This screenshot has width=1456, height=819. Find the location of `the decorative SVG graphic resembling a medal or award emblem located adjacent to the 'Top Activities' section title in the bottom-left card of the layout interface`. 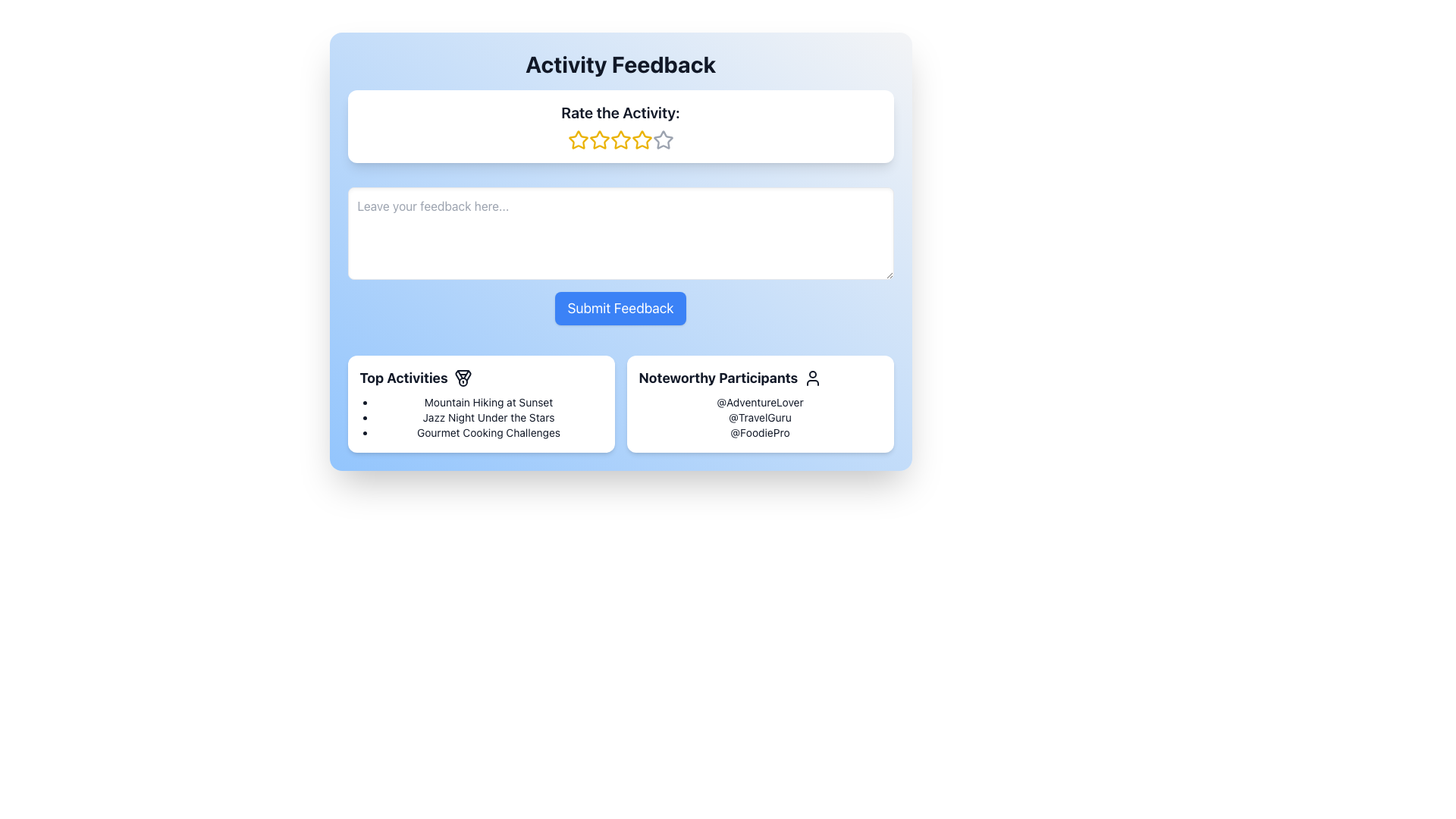

the decorative SVG graphic resembling a medal or award emblem located adjacent to the 'Top Activities' section title in the bottom-left card of the layout interface is located at coordinates (462, 375).